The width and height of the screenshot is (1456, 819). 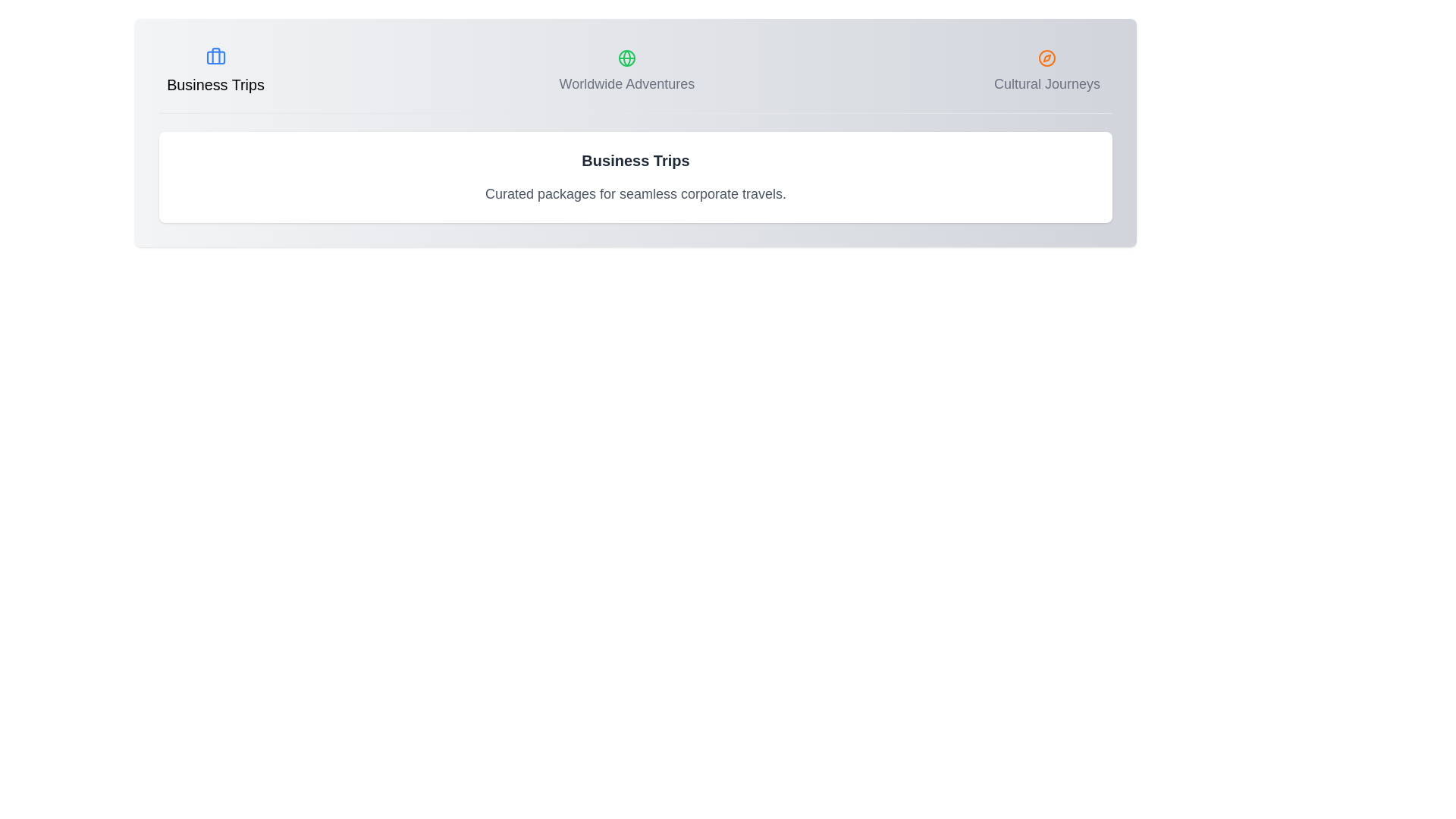 What do you see at coordinates (1046, 72) in the screenshot?
I see `the tab labeled 'Cultural Journeys' to observe visual feedback` at bounding box center [1046, 72].